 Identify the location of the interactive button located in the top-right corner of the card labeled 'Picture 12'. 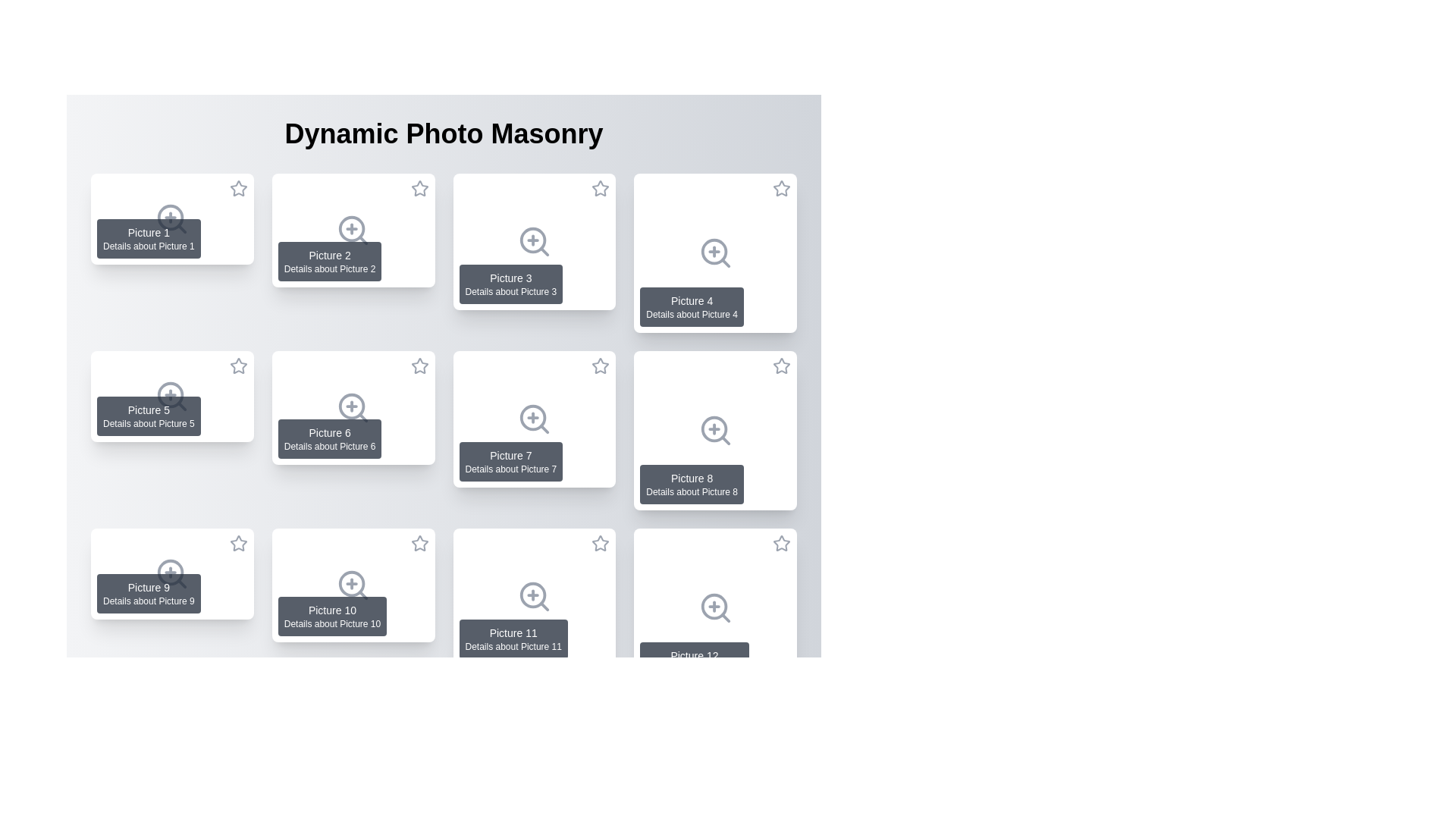
(782, 543).